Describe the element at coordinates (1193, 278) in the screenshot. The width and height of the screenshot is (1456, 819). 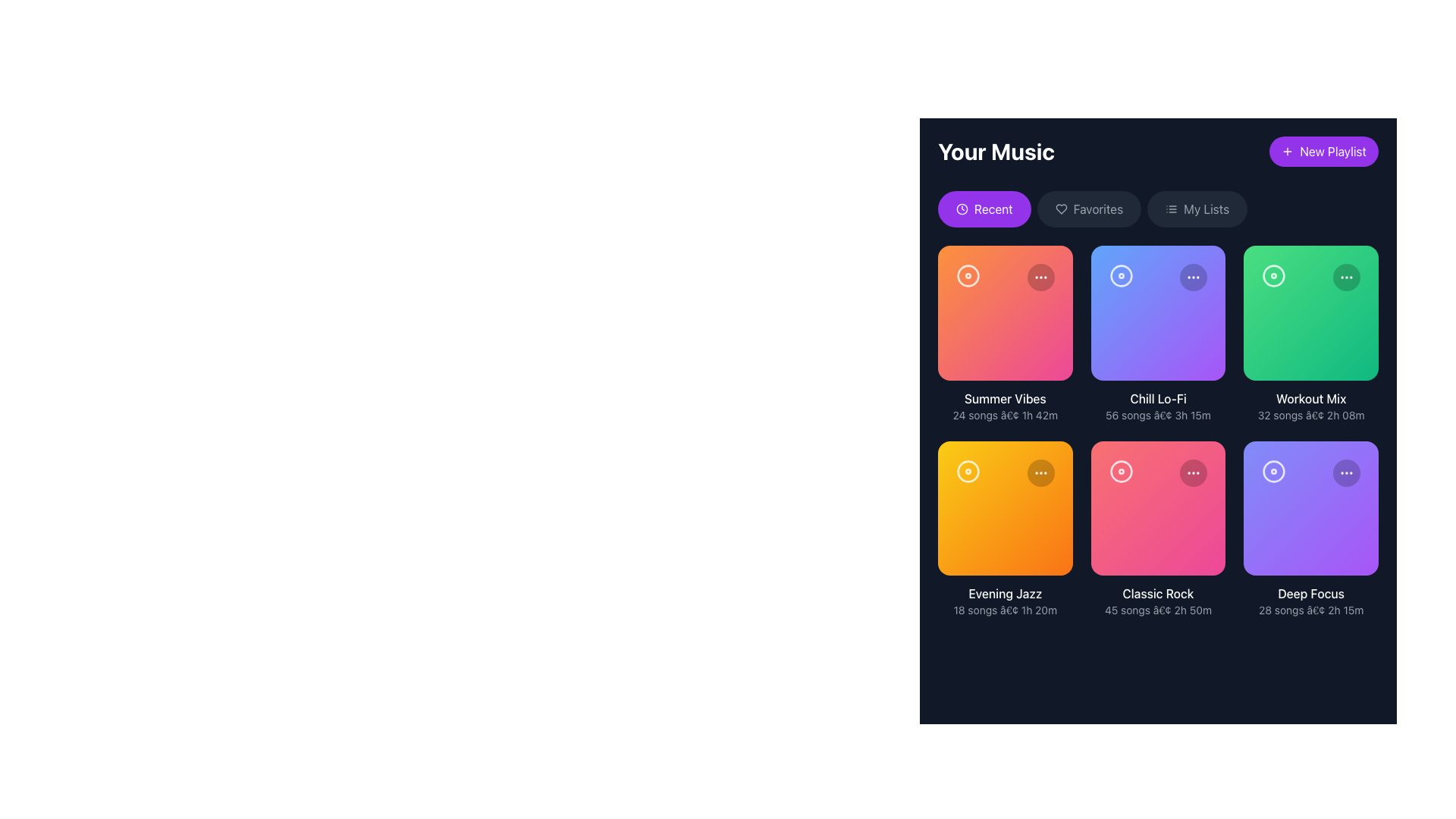
I see `the button in the top-right corner of the 'Chill Lo-Fi' playlist card` at that location.